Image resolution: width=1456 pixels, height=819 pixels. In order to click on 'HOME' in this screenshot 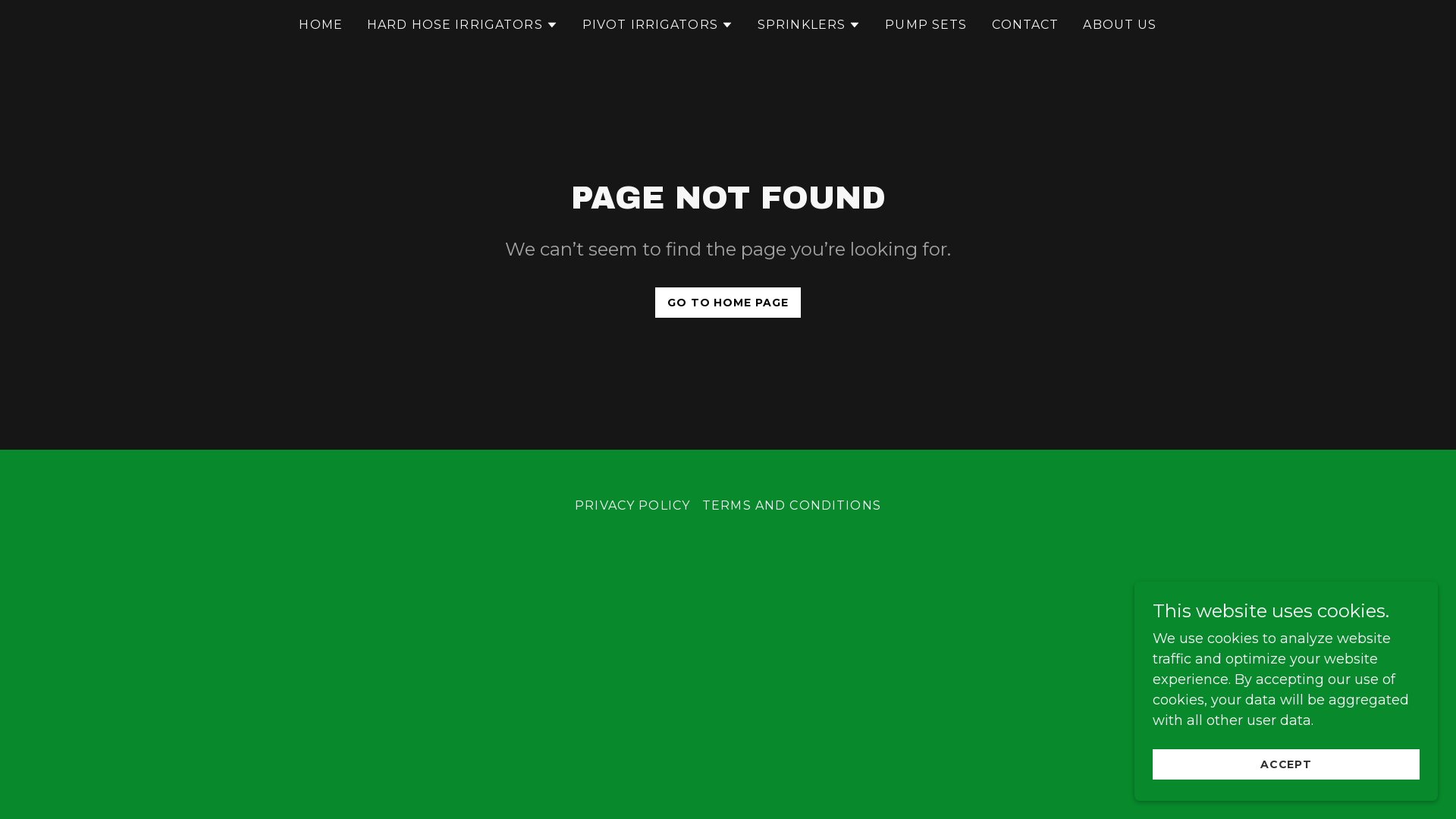, I will do `click(319, 25)`.